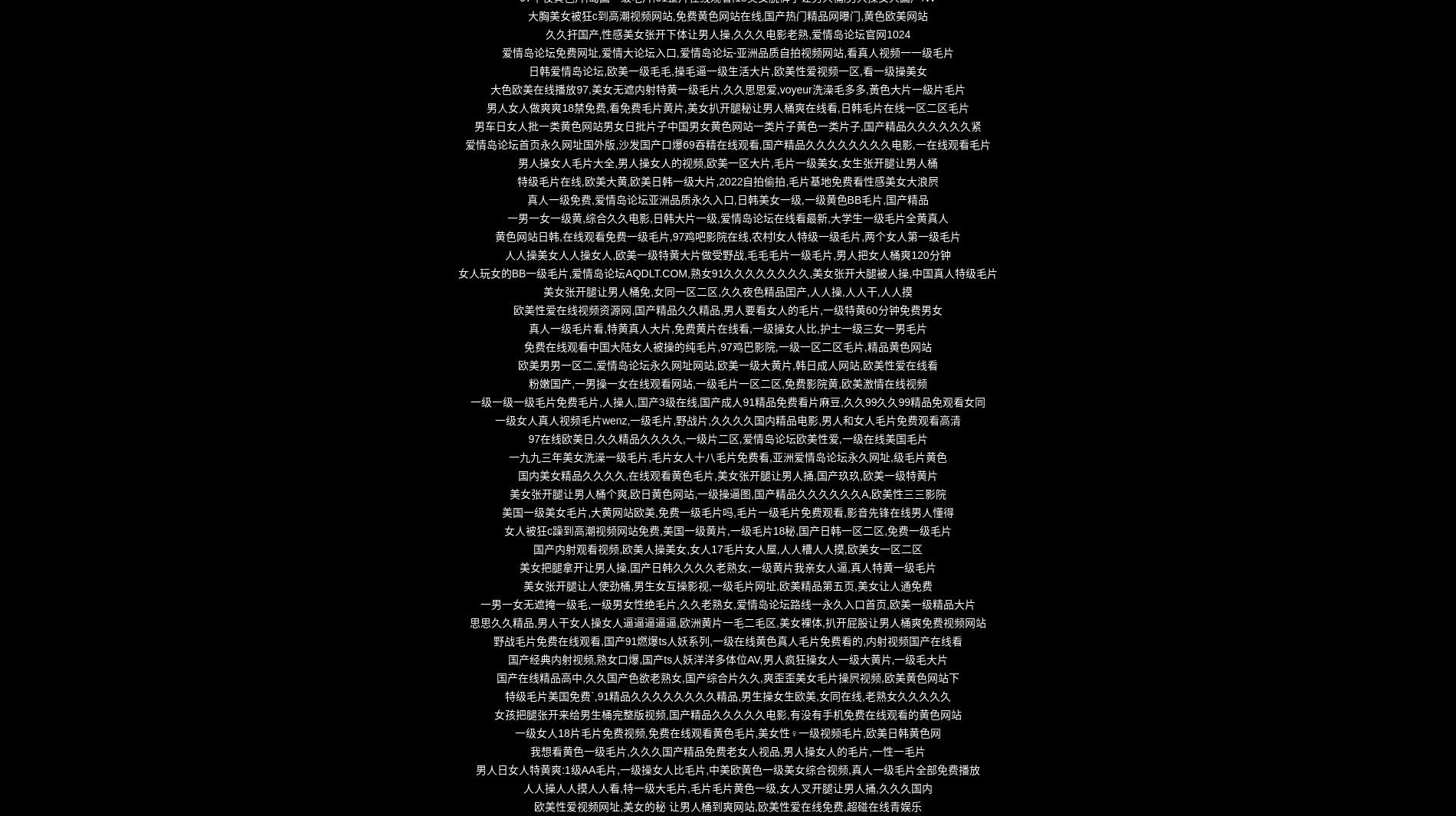  I want to click on '女孩把腿张开来给男生桶完整版视频,国产精品久久久久久电影,有没有手机免费在线观看的黄色网站', so click(726, 715).